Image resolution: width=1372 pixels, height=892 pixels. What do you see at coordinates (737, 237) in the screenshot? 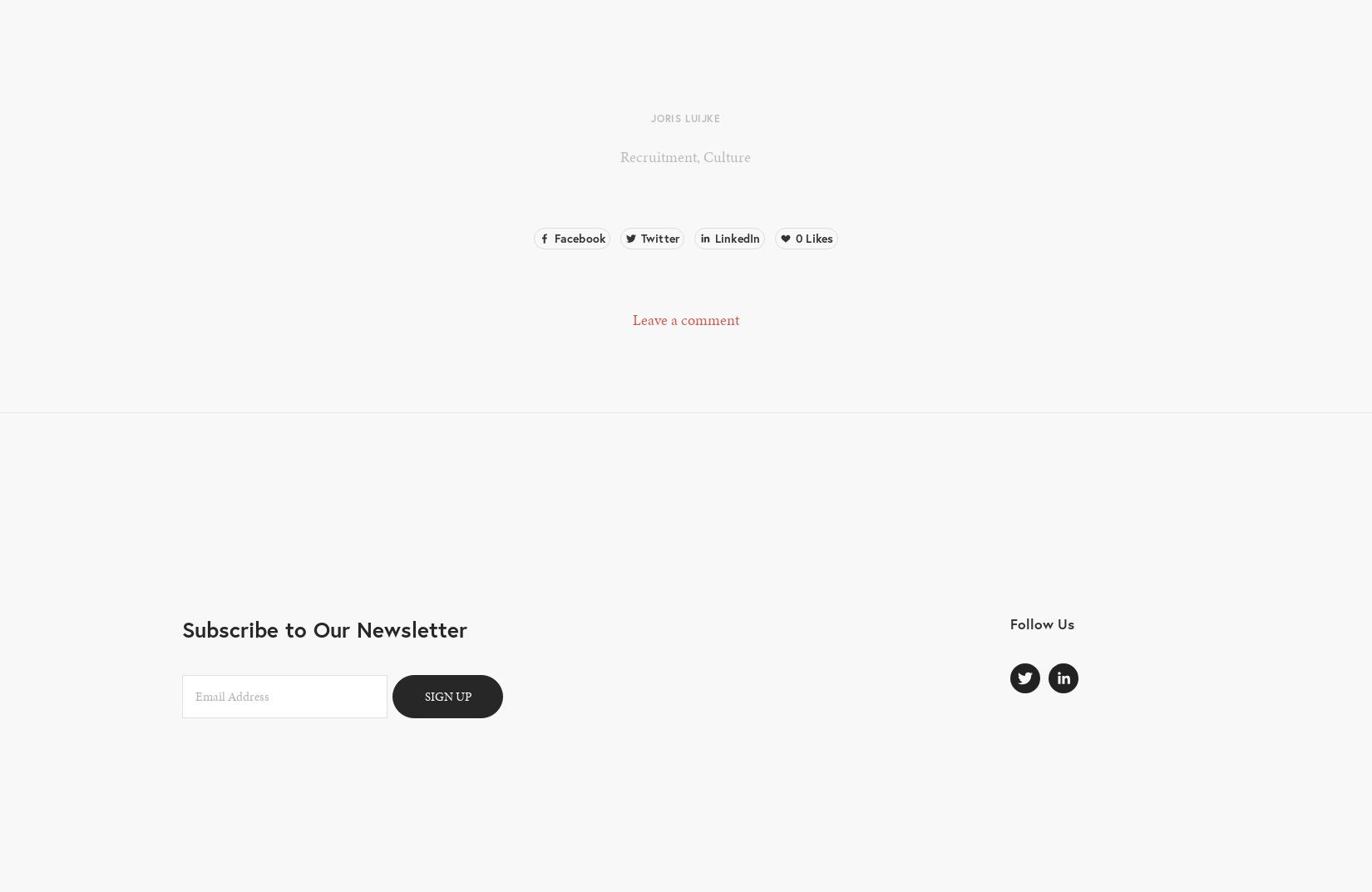
I see `'LinkedIn'` at bounding box center [737, 237].